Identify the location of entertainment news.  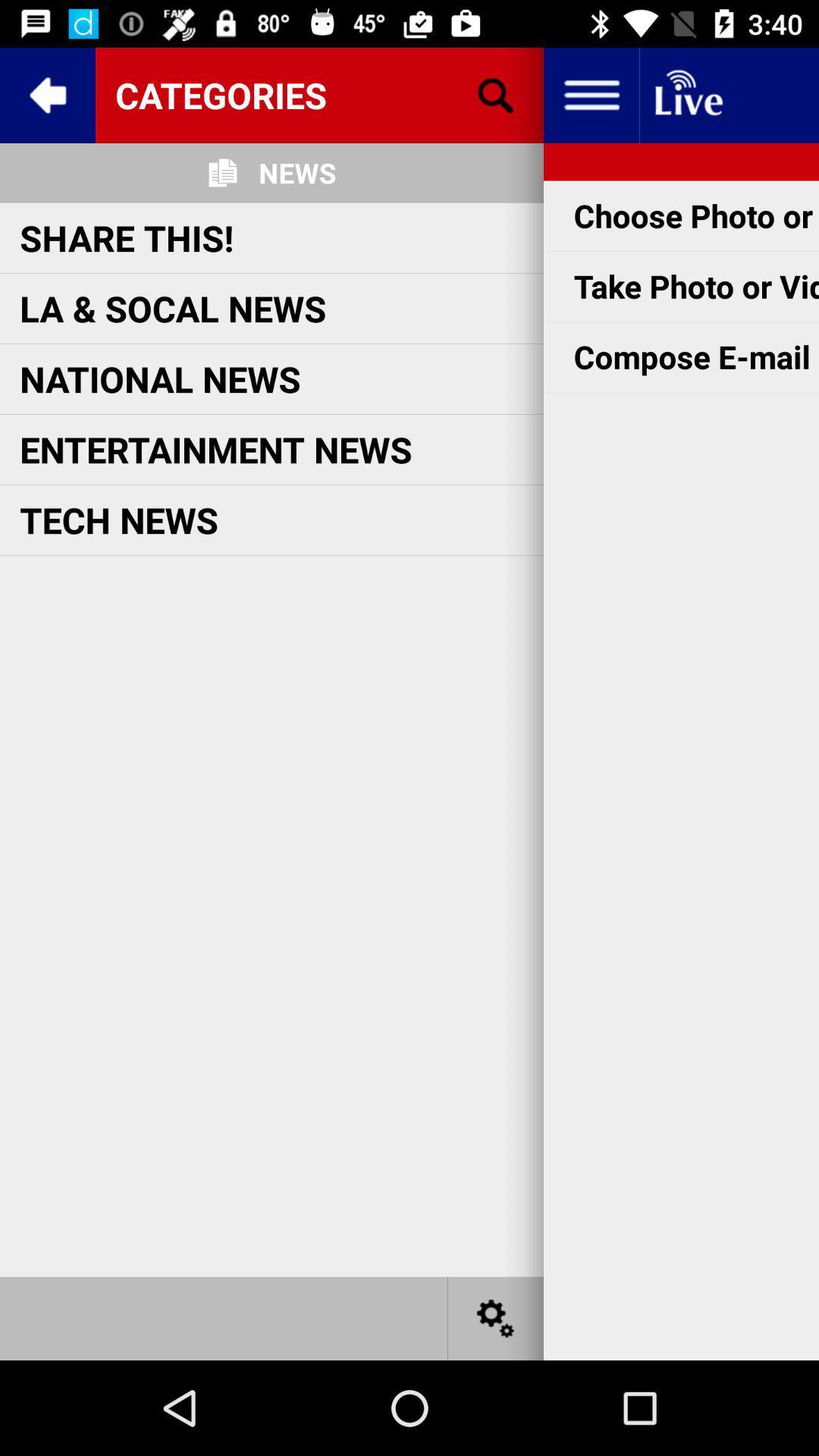
(216, 448).